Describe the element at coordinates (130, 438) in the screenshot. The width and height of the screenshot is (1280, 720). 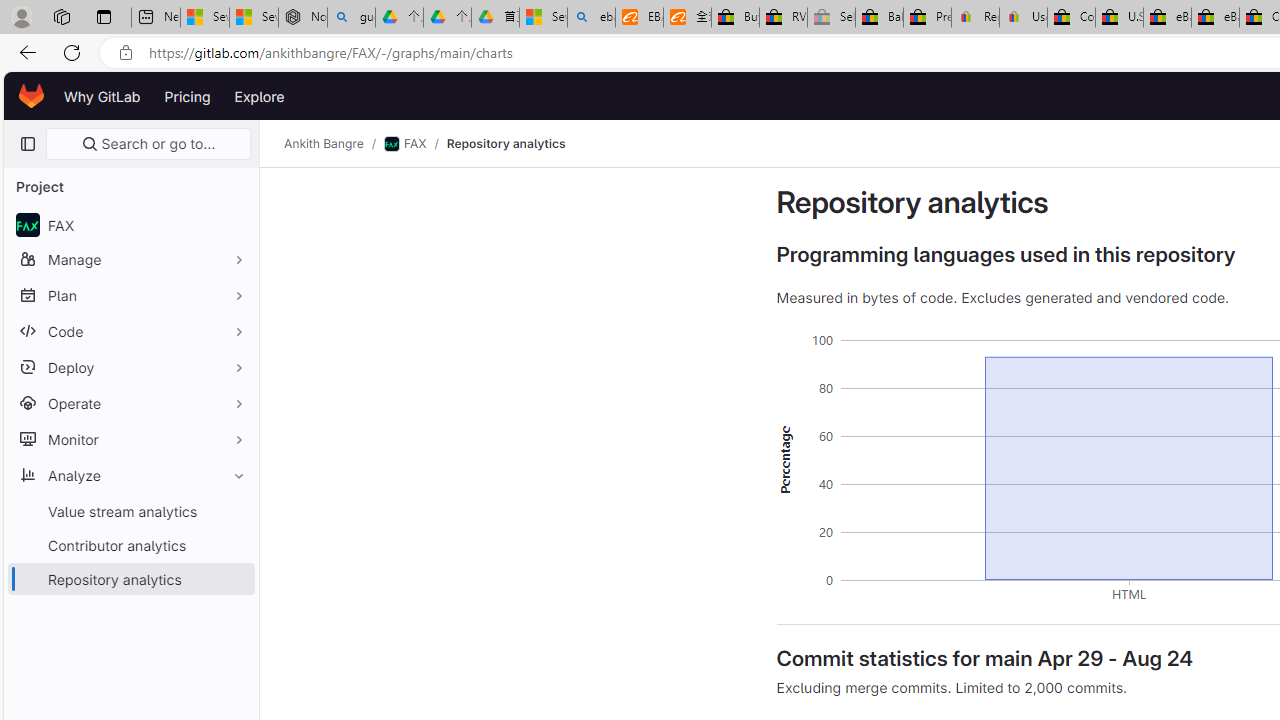
I see `'Monitor'` at that location.